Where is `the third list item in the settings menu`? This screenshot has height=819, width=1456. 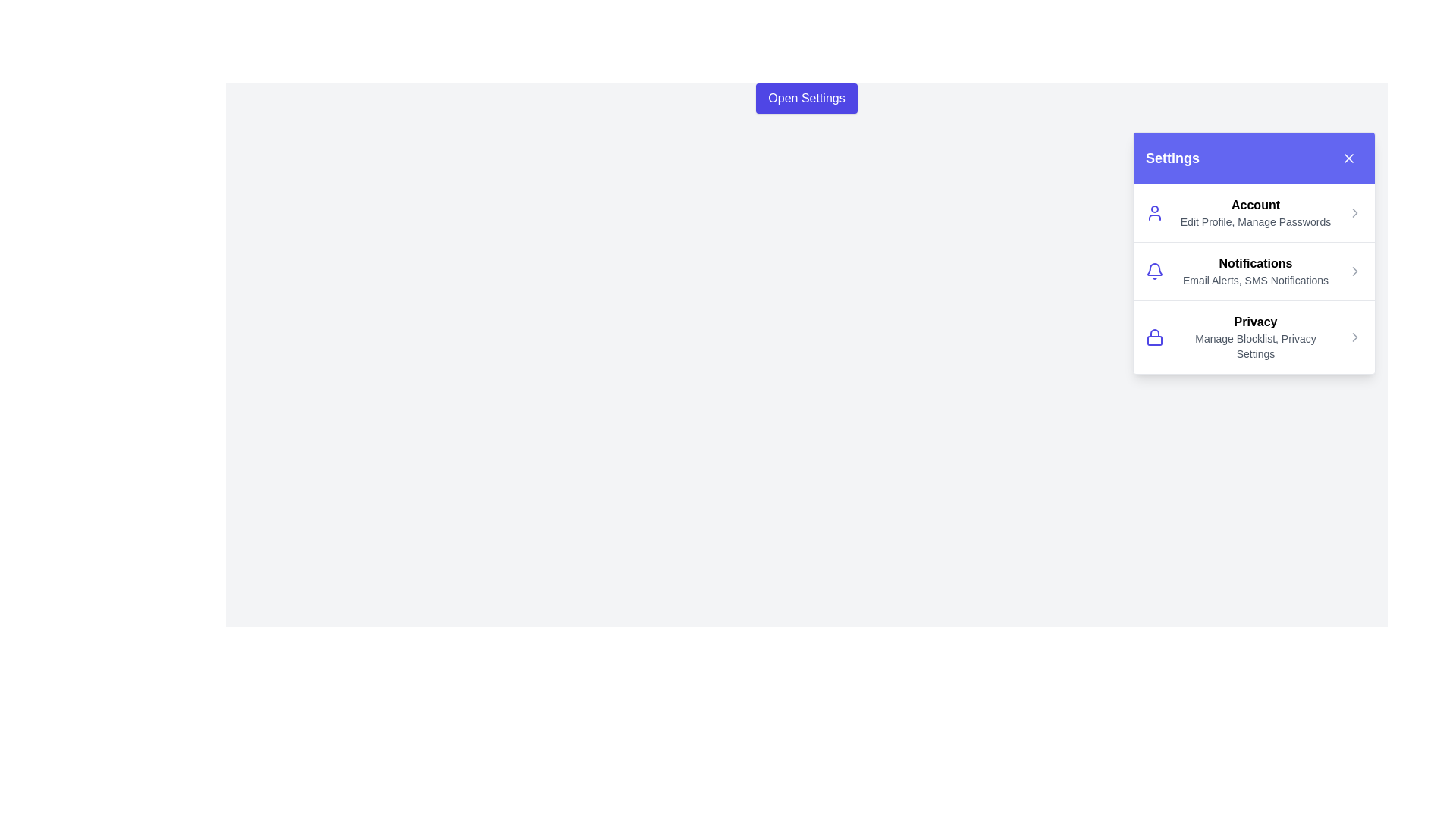 the third list item in the settings menu is located at coordinates (1254, 335).